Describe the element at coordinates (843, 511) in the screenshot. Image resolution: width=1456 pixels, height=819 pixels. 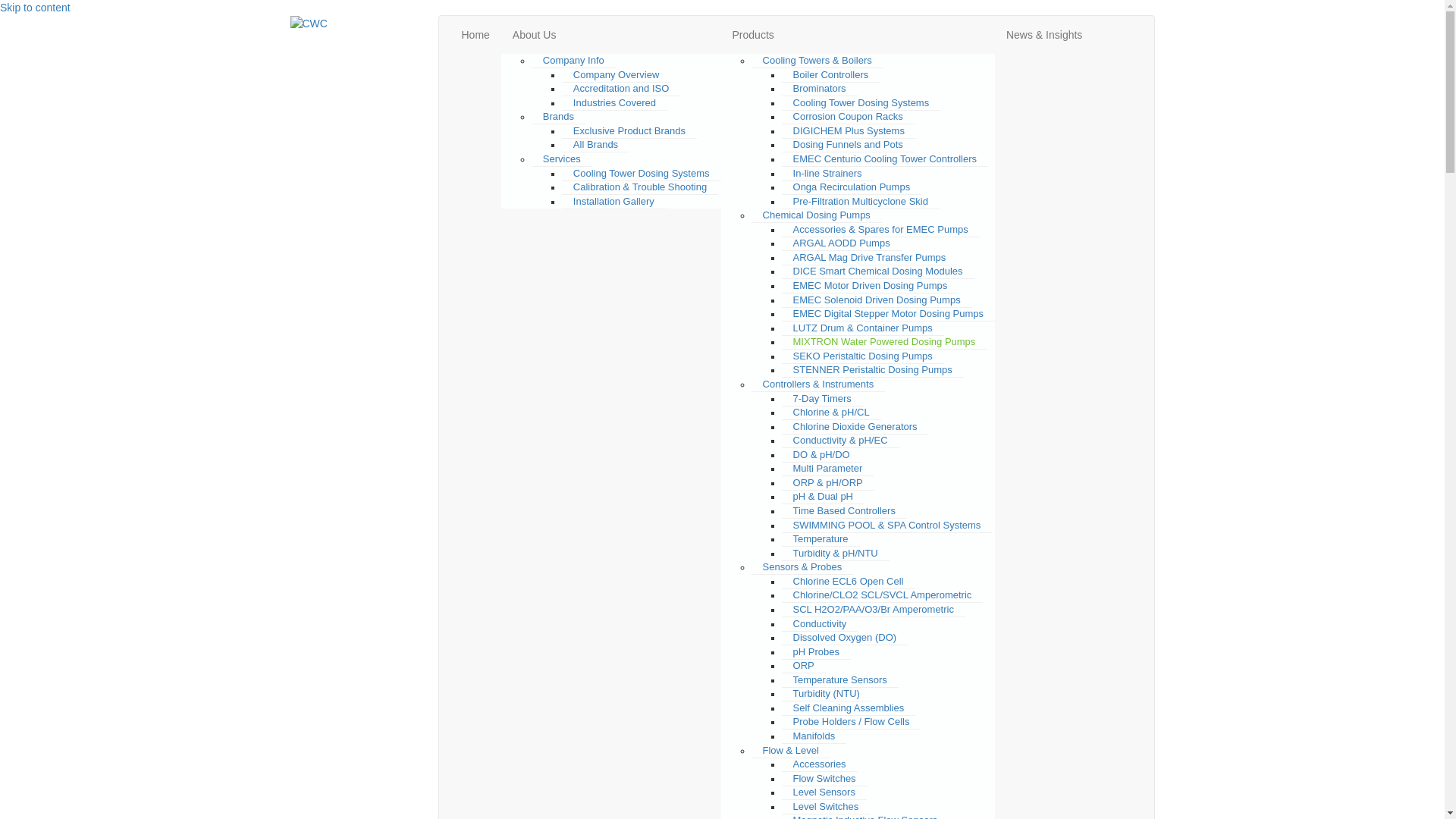
I see `'Time Based Controllers'` at that location.